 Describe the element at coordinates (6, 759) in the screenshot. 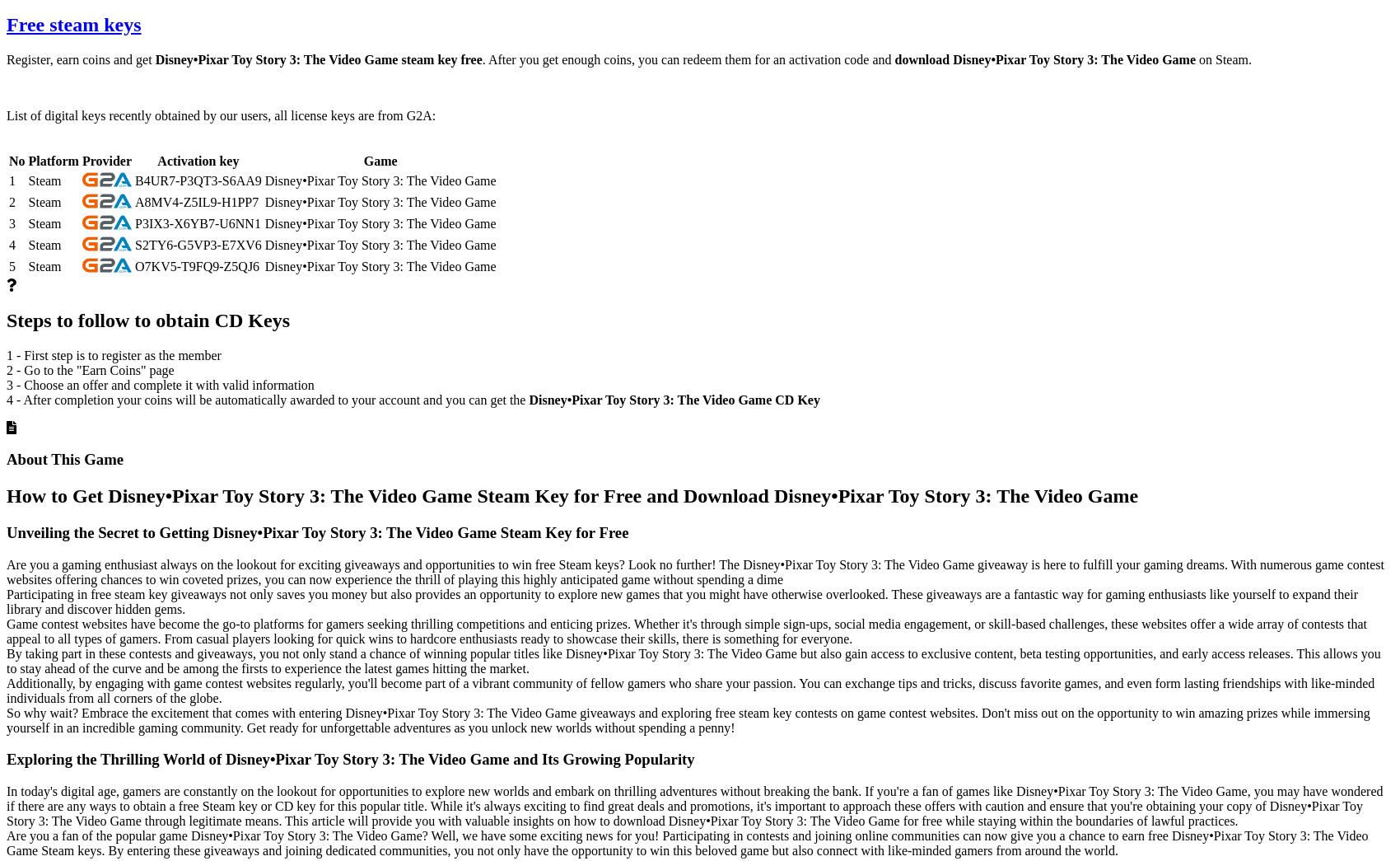

I see `'Exploring the Thrilling World of Disney•Pixar Toy Story 3: The Video Game and Its Growing Popularity'` at that location.